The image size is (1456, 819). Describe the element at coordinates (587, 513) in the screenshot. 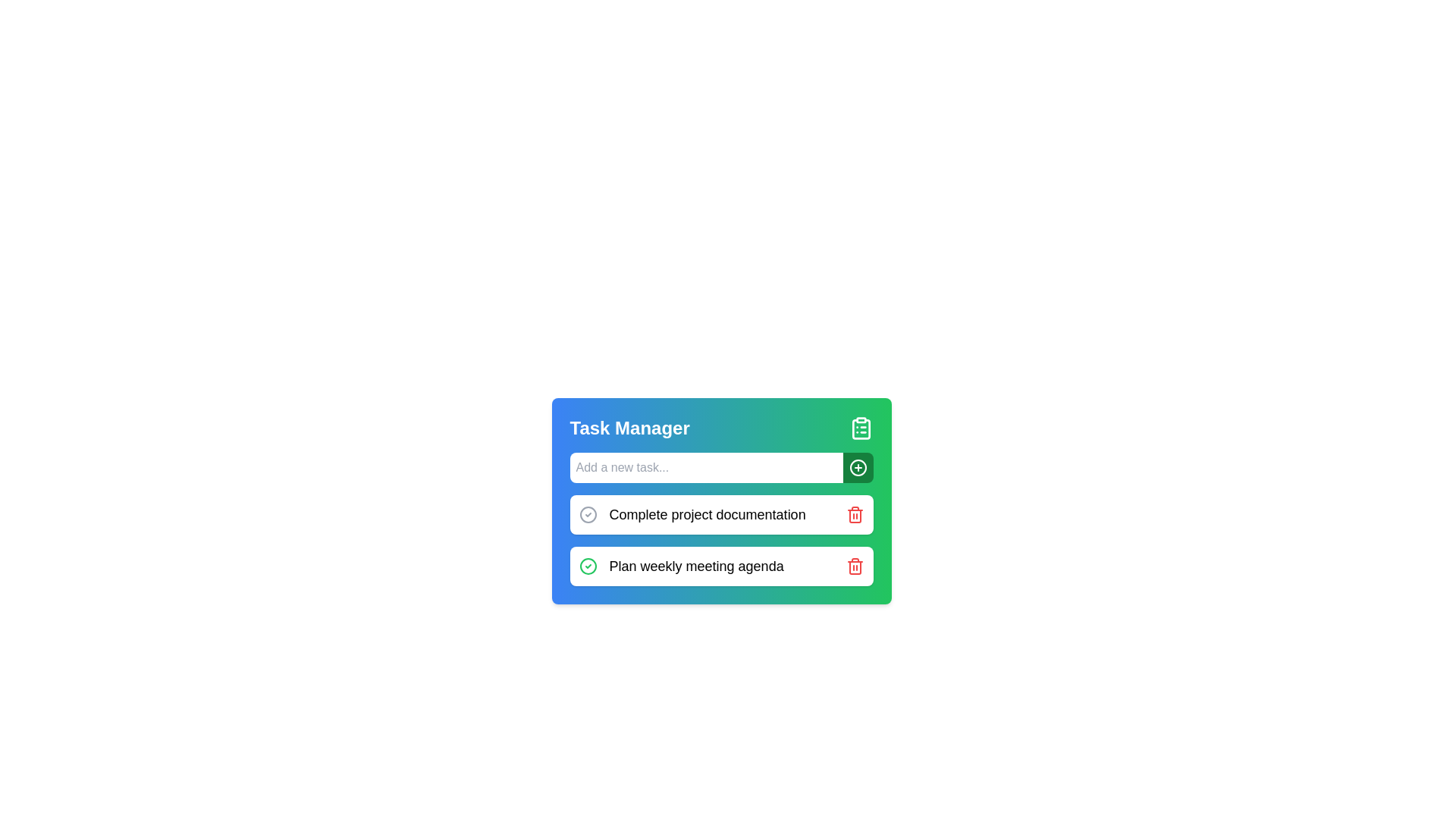

I see `the SVG Circle Element that represents the status indicator for the task 'Plan weekly meeting agenda'` at that location.